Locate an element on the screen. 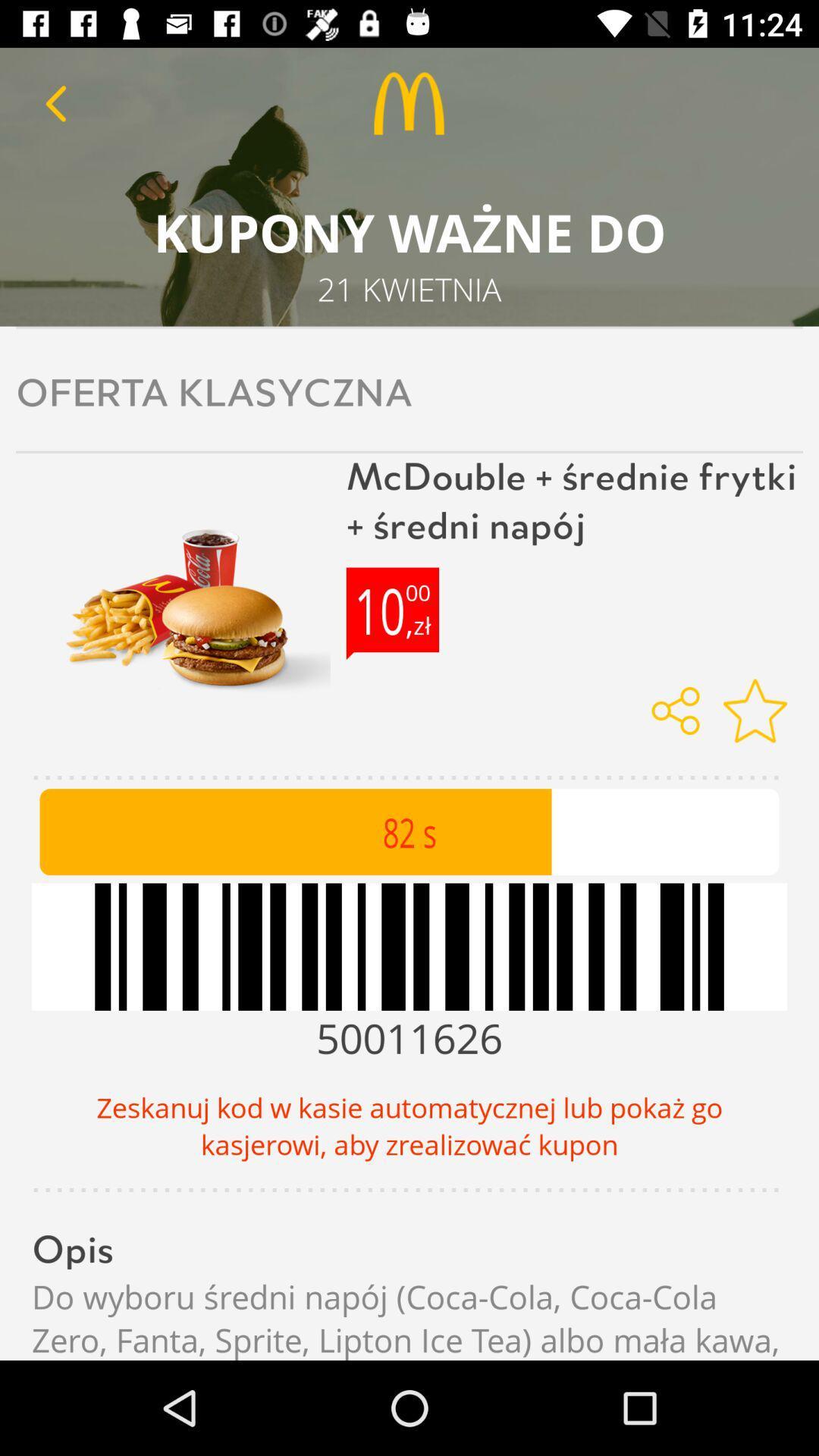  go back is located at coordinates (55, 102).